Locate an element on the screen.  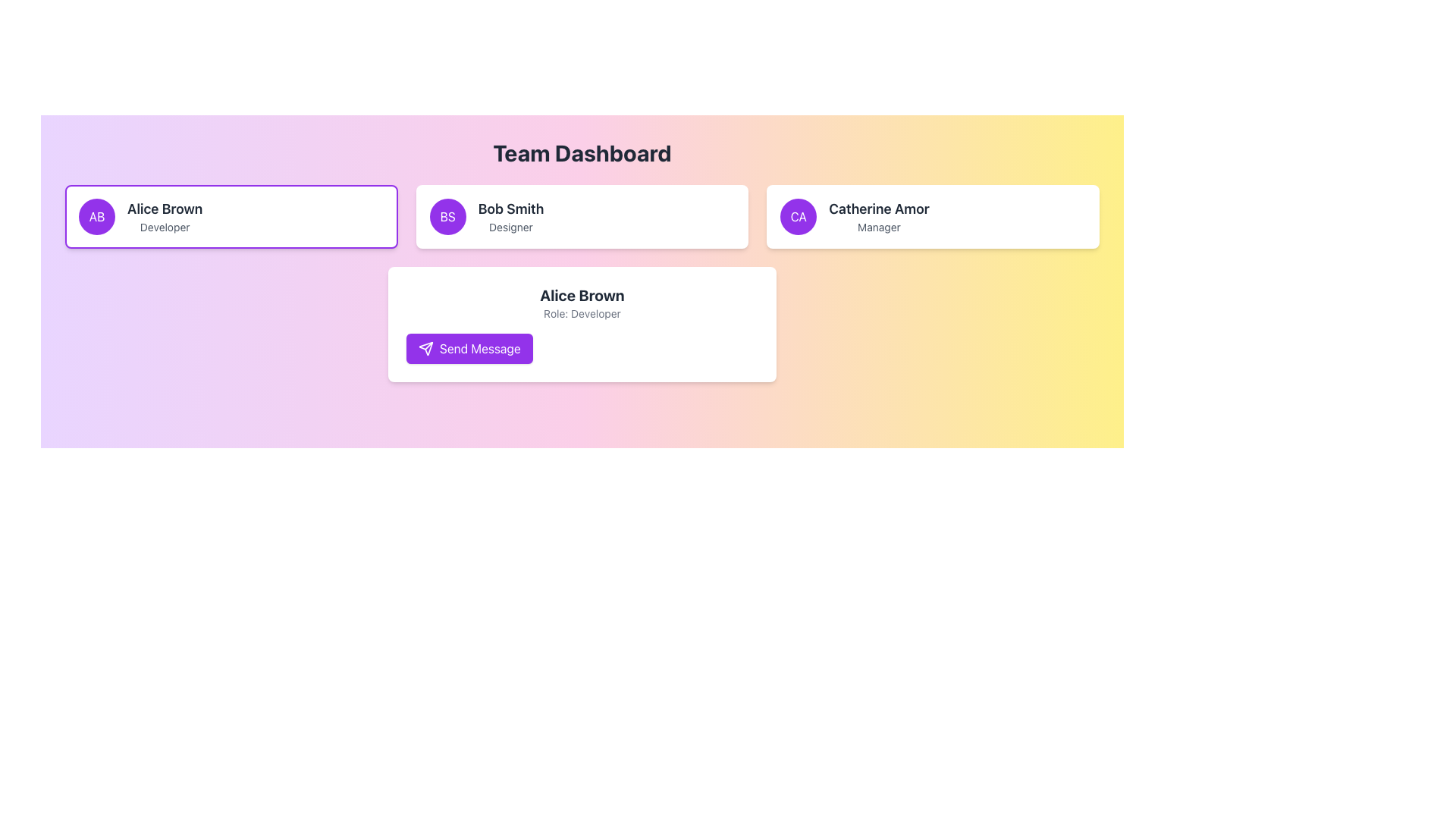
text label indicating the professional role of the individual featured in the card, located directly below 'Alice Brown' and above the 'Send Message' button is located at coordinates (582, 312).